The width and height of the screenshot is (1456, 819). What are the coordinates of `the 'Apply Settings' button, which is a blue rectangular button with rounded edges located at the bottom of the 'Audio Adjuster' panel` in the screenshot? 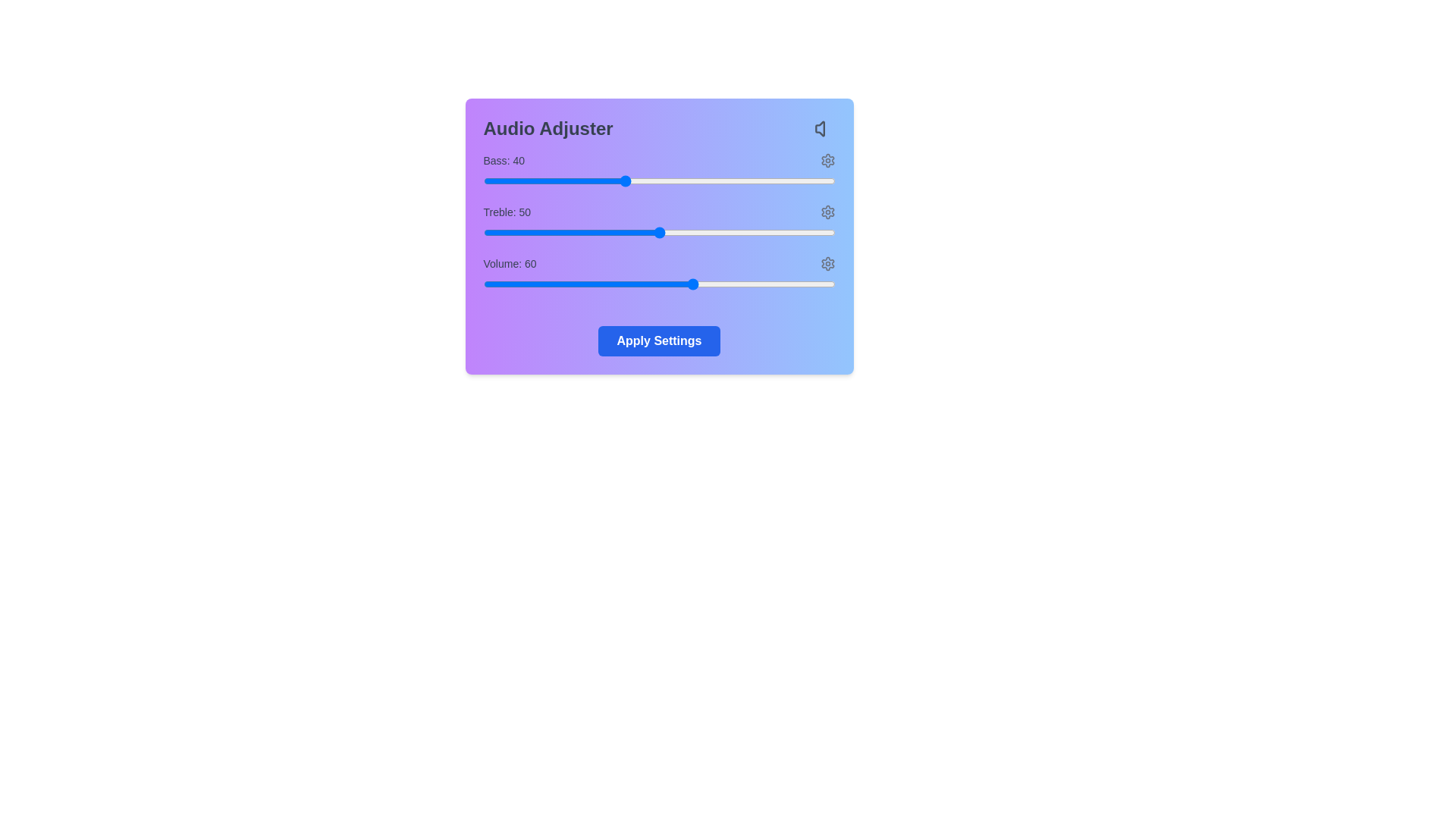 It's located at (659, 341).